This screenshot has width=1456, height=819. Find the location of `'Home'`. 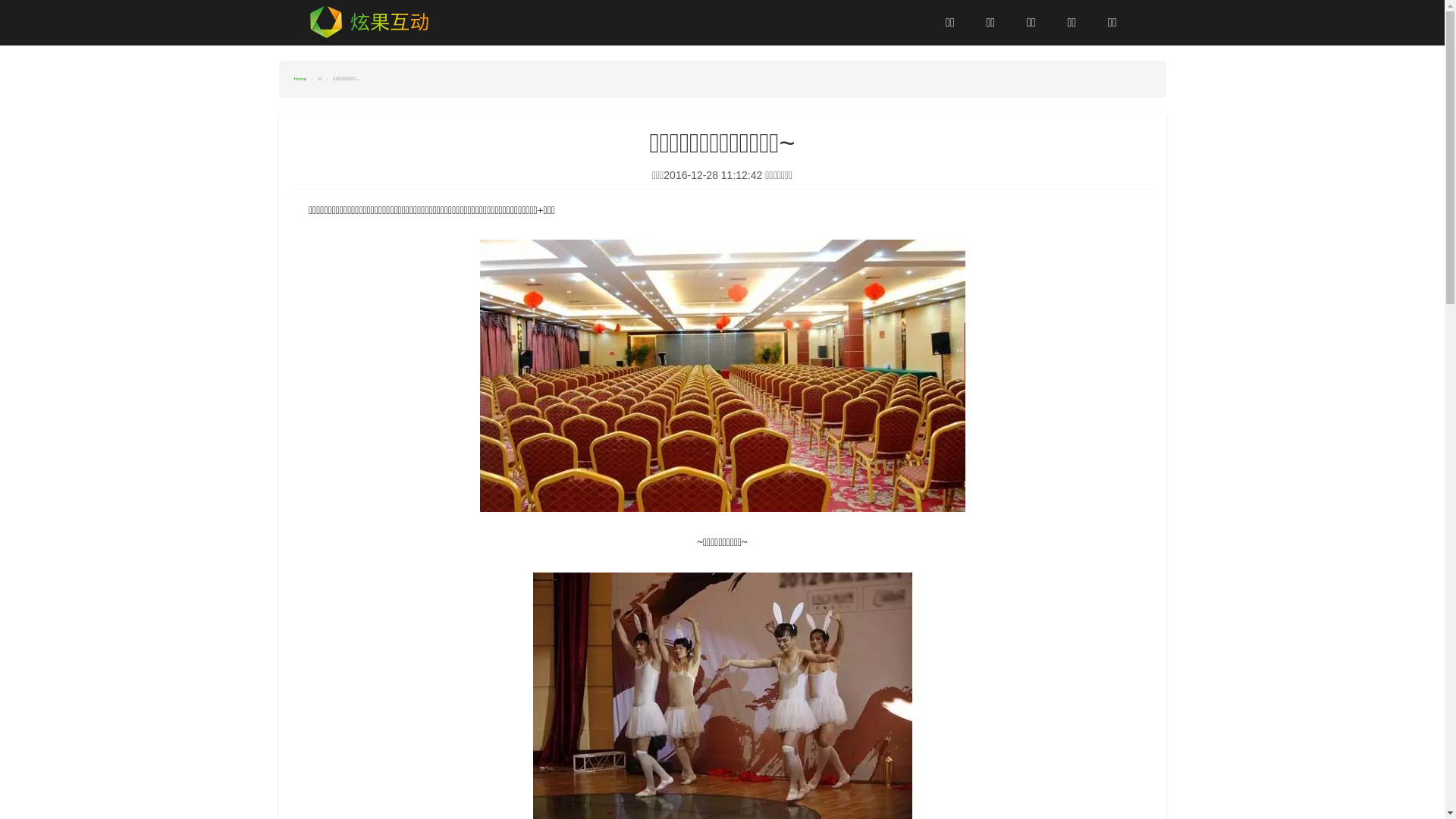

'Home' is located at coordinates (300, 78).